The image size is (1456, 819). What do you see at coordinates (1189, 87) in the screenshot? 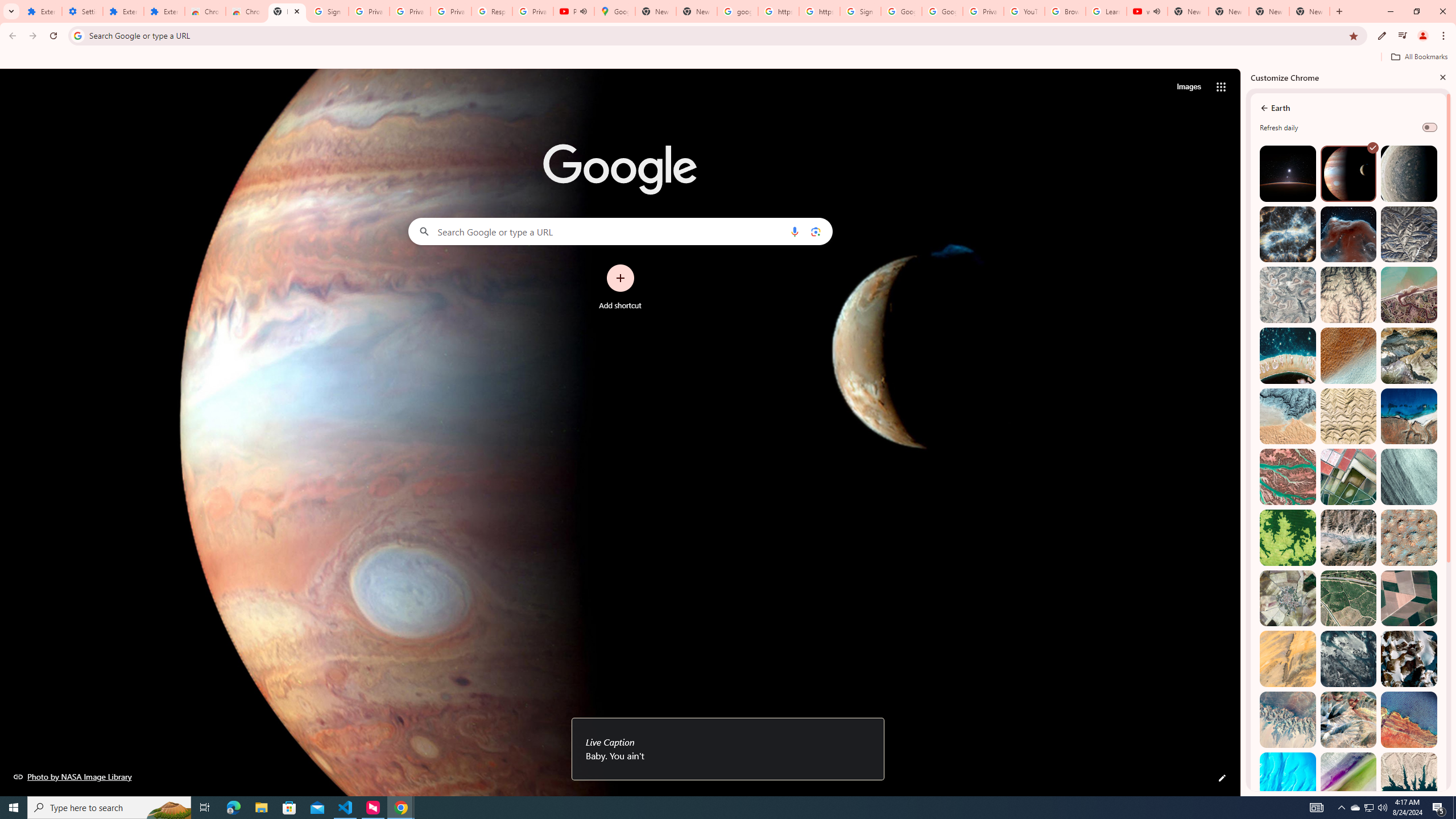
I see `'Search for Images '` at bounding box center [1189, 87].